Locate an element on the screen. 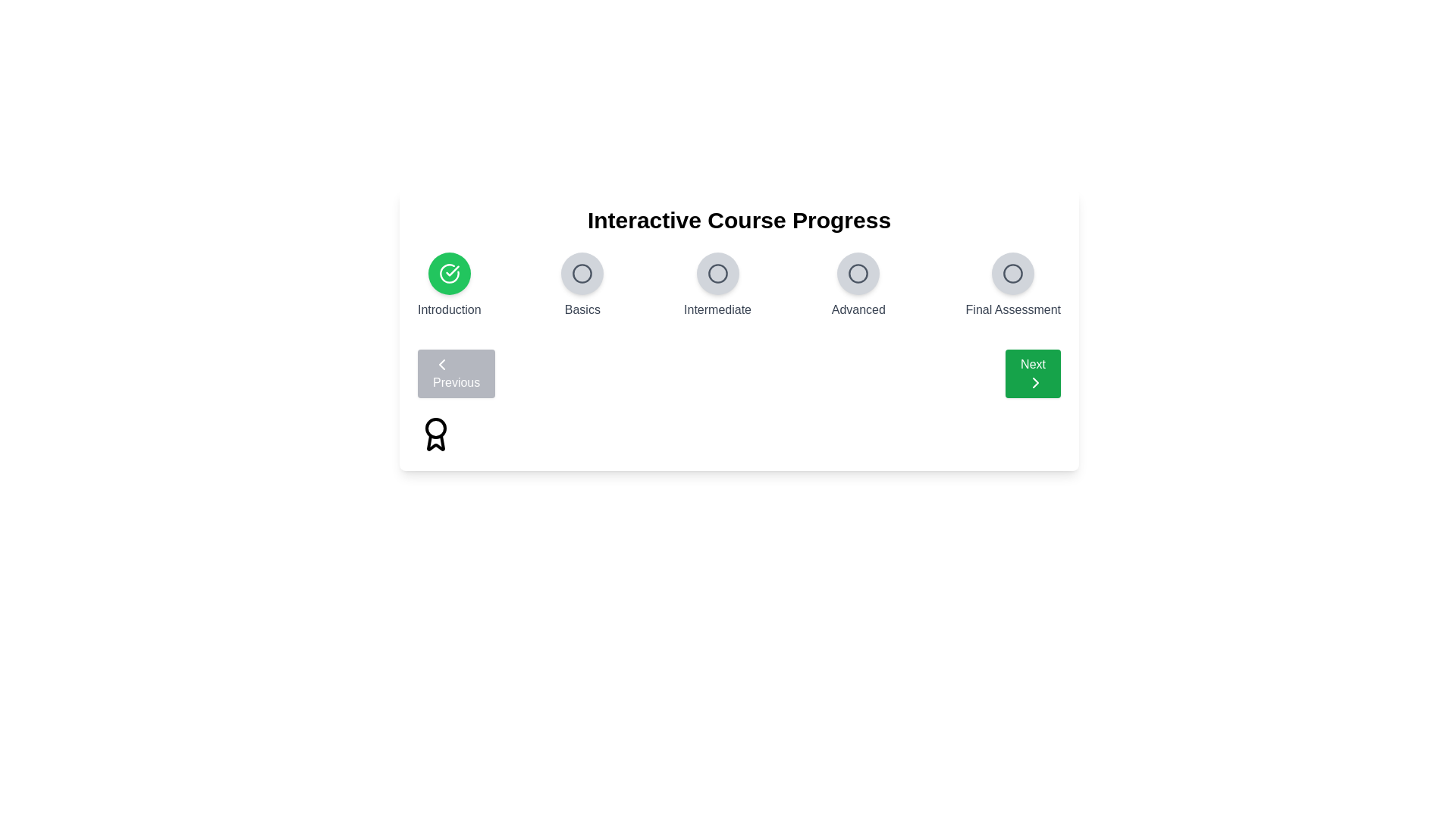 The image size is (1456, 819). the 'Basics' step indicator in the progress tracker, which is located second from the left, between 'Introduction' and 'Intermediate' is located at coordinates (582, 286).